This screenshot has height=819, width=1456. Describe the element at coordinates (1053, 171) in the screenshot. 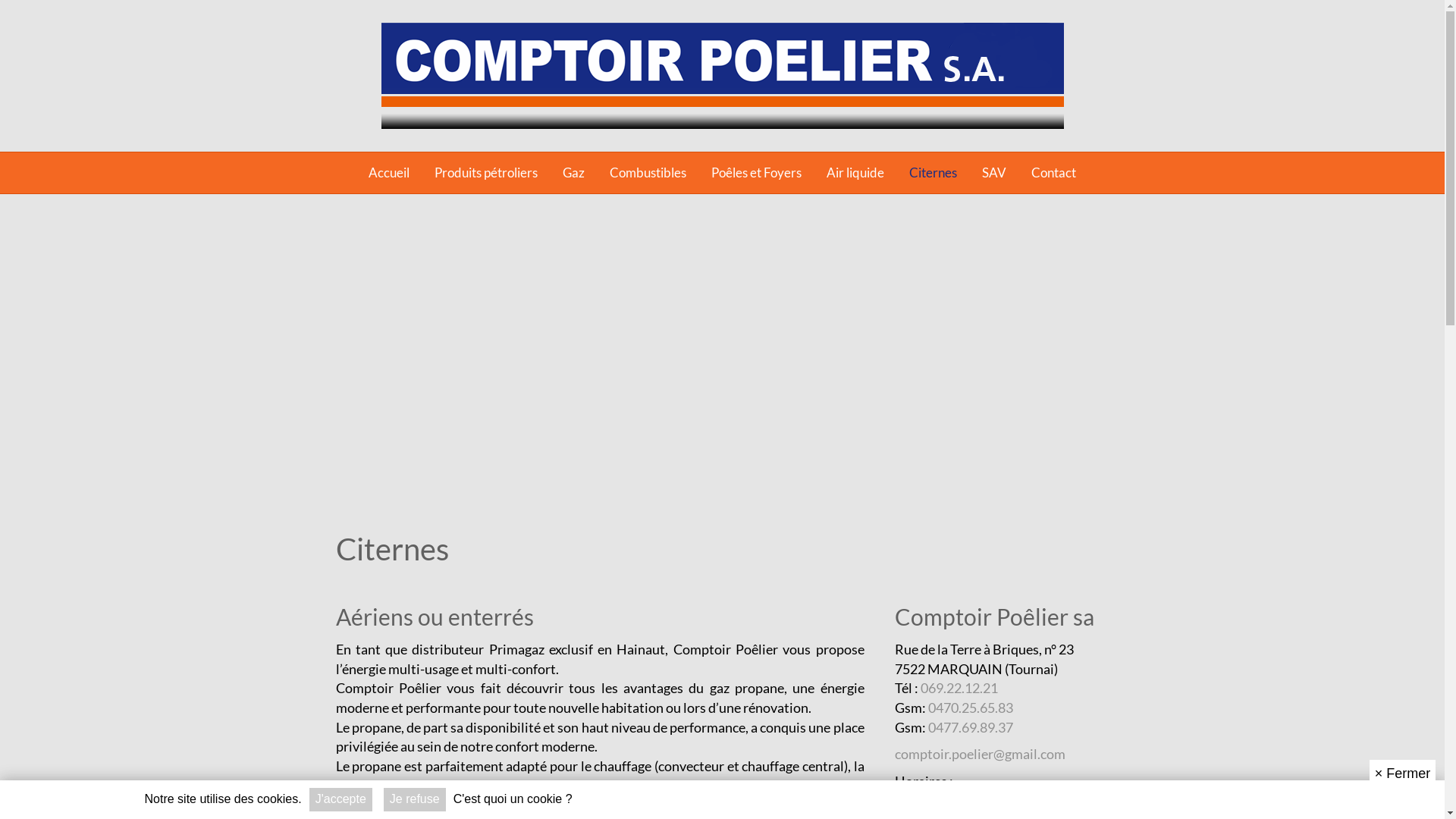

I see `'Contact'` at that location.